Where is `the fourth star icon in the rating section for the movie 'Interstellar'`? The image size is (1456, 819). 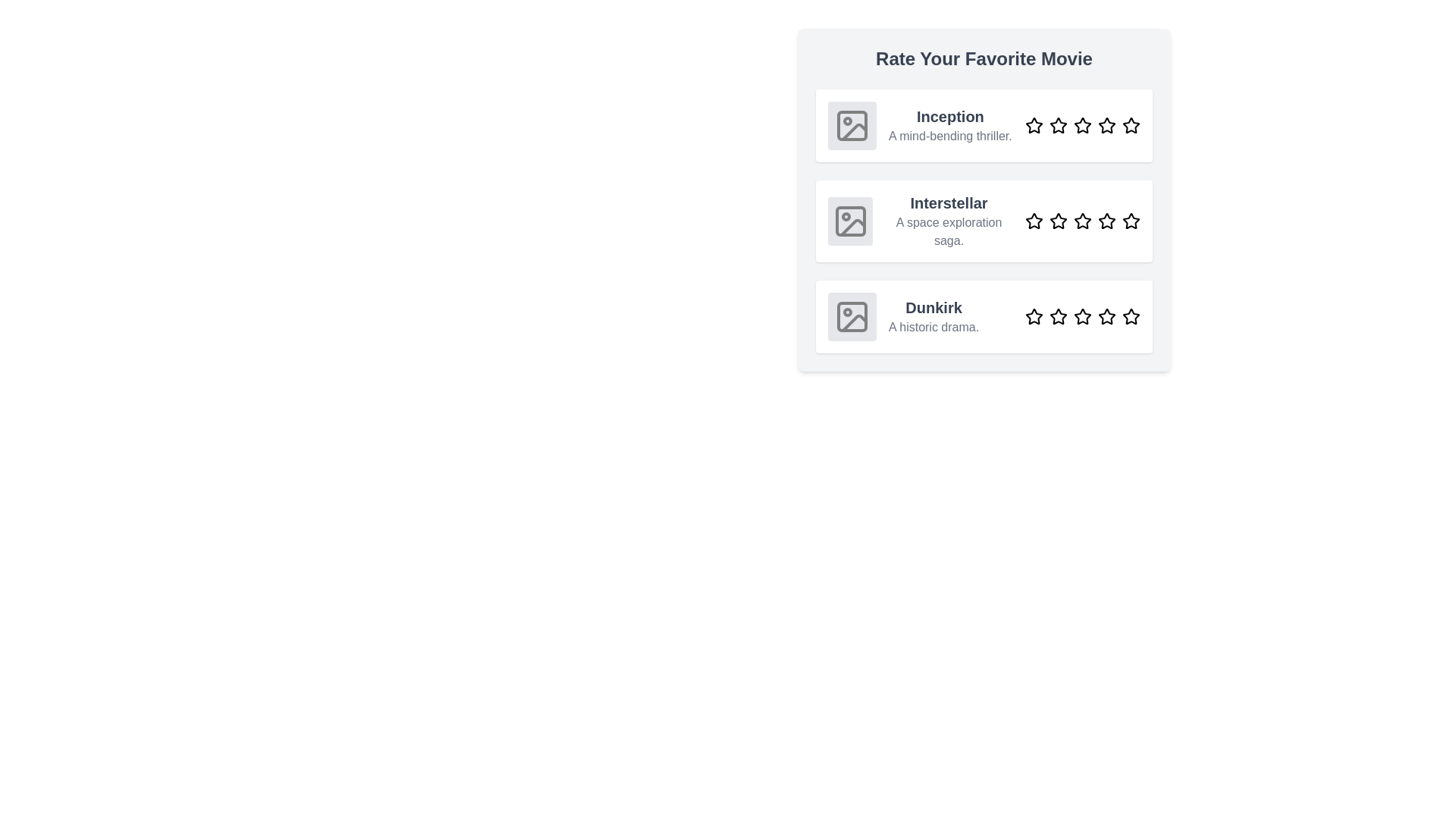
the fourth star icon in the rating section for the movie 'Interstellar' is located at coordinates (1106, 221).